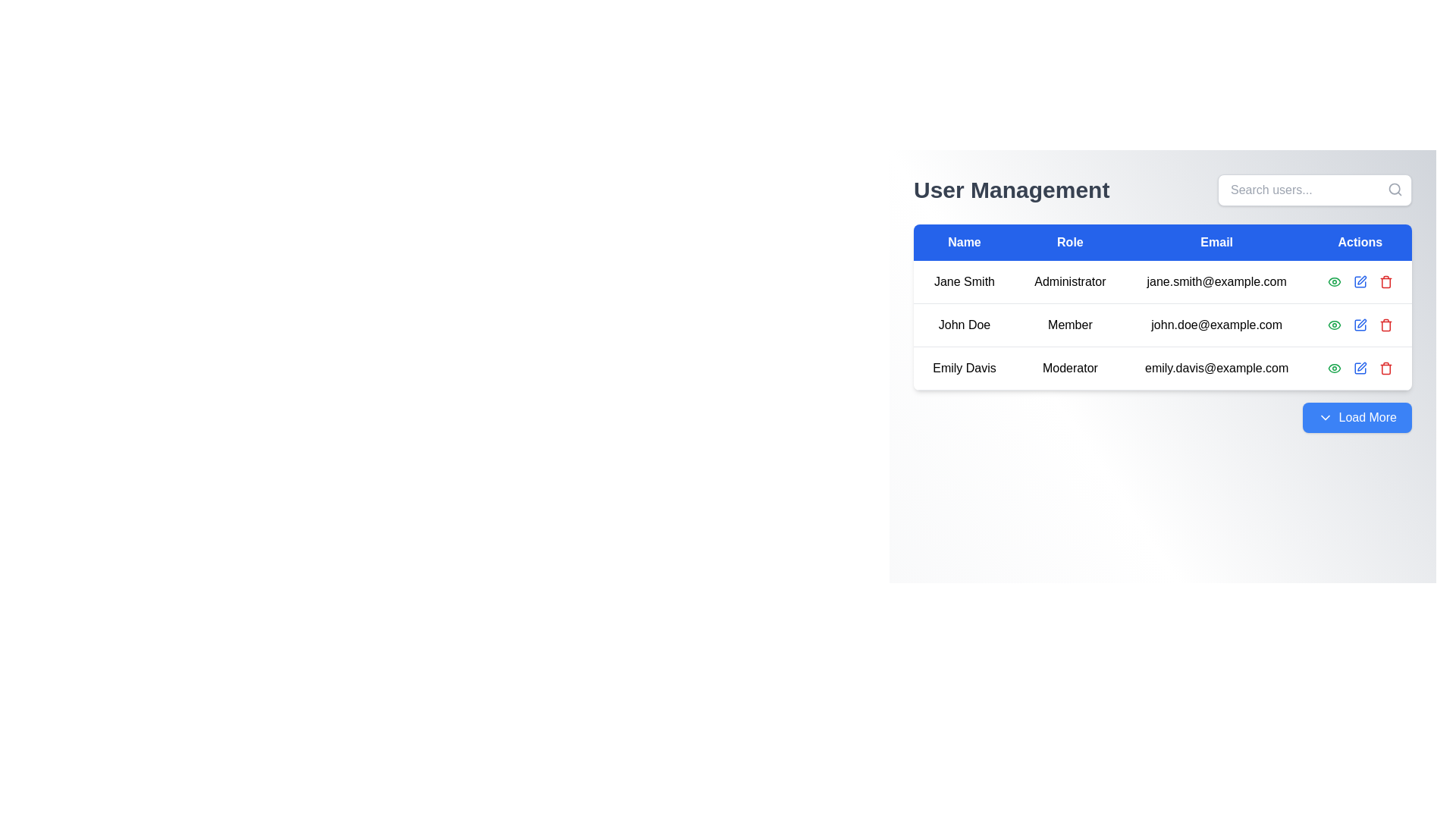 This screenshot has height=819, width=1456. What do you see at coordinates (964, 242) in the screenshot?
I see `the table header element labeled 'Name', which is styled with a blue background and white text, located at the leftmost side of the row` at bounding box center [964, 242].